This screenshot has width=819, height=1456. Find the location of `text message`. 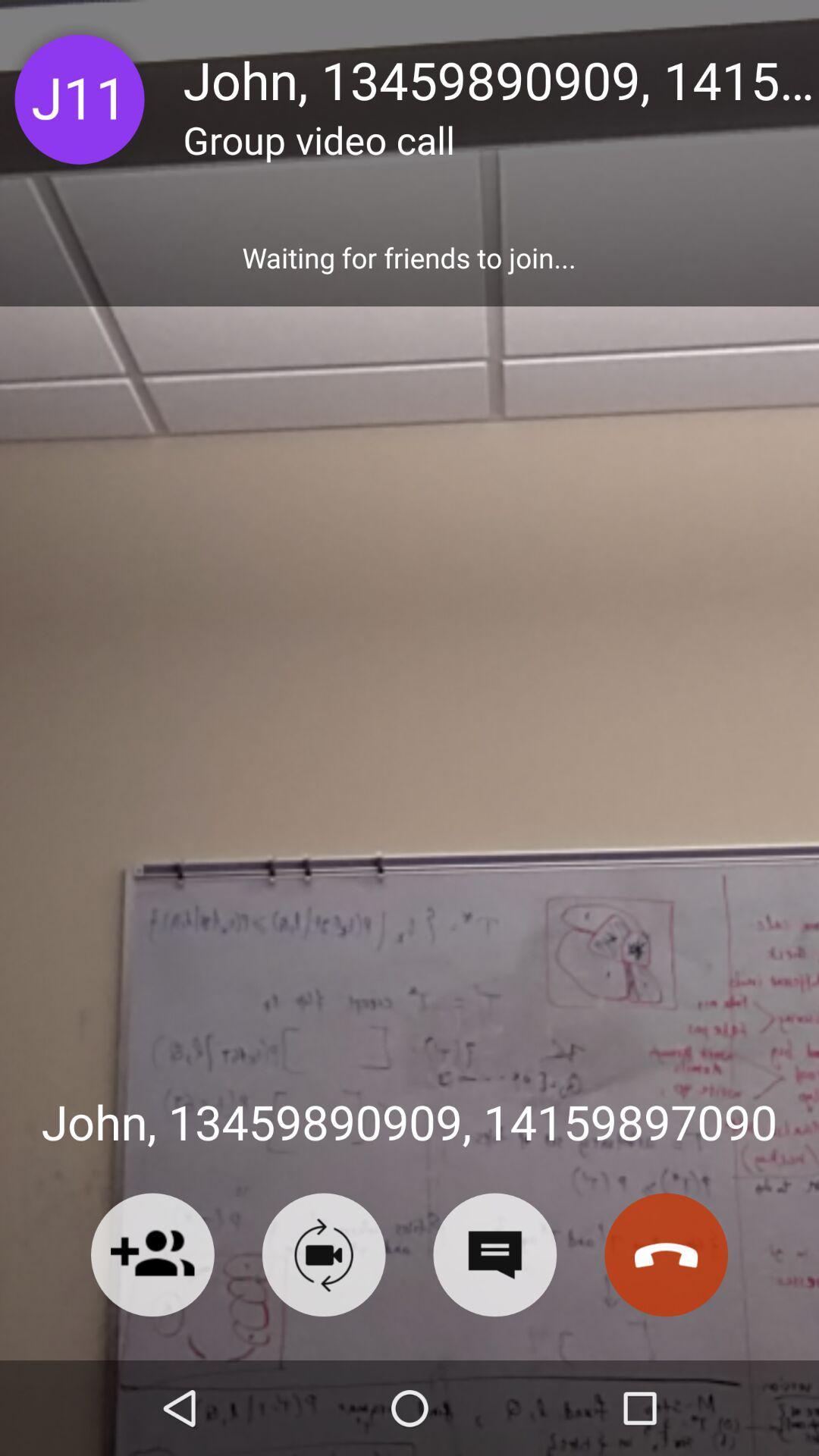

text message is located at coordinates (494, 1254).